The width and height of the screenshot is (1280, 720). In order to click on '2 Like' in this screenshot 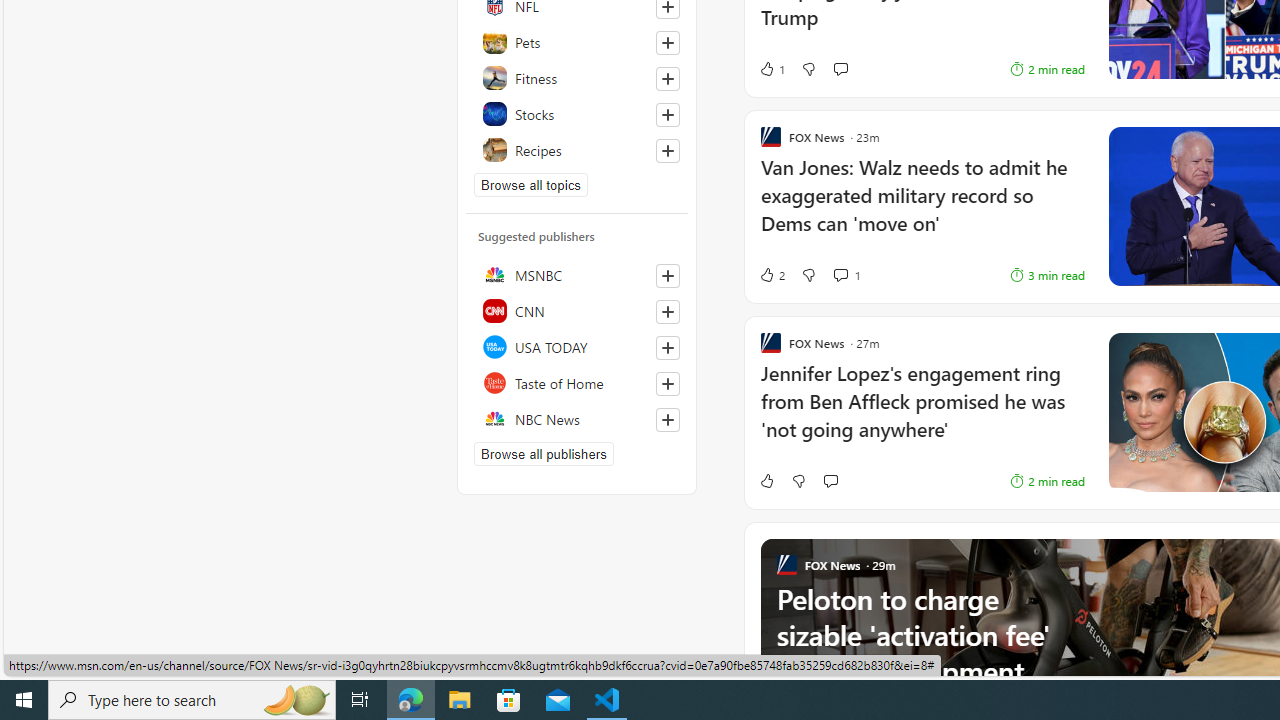, I will do `click(770, 275)`.